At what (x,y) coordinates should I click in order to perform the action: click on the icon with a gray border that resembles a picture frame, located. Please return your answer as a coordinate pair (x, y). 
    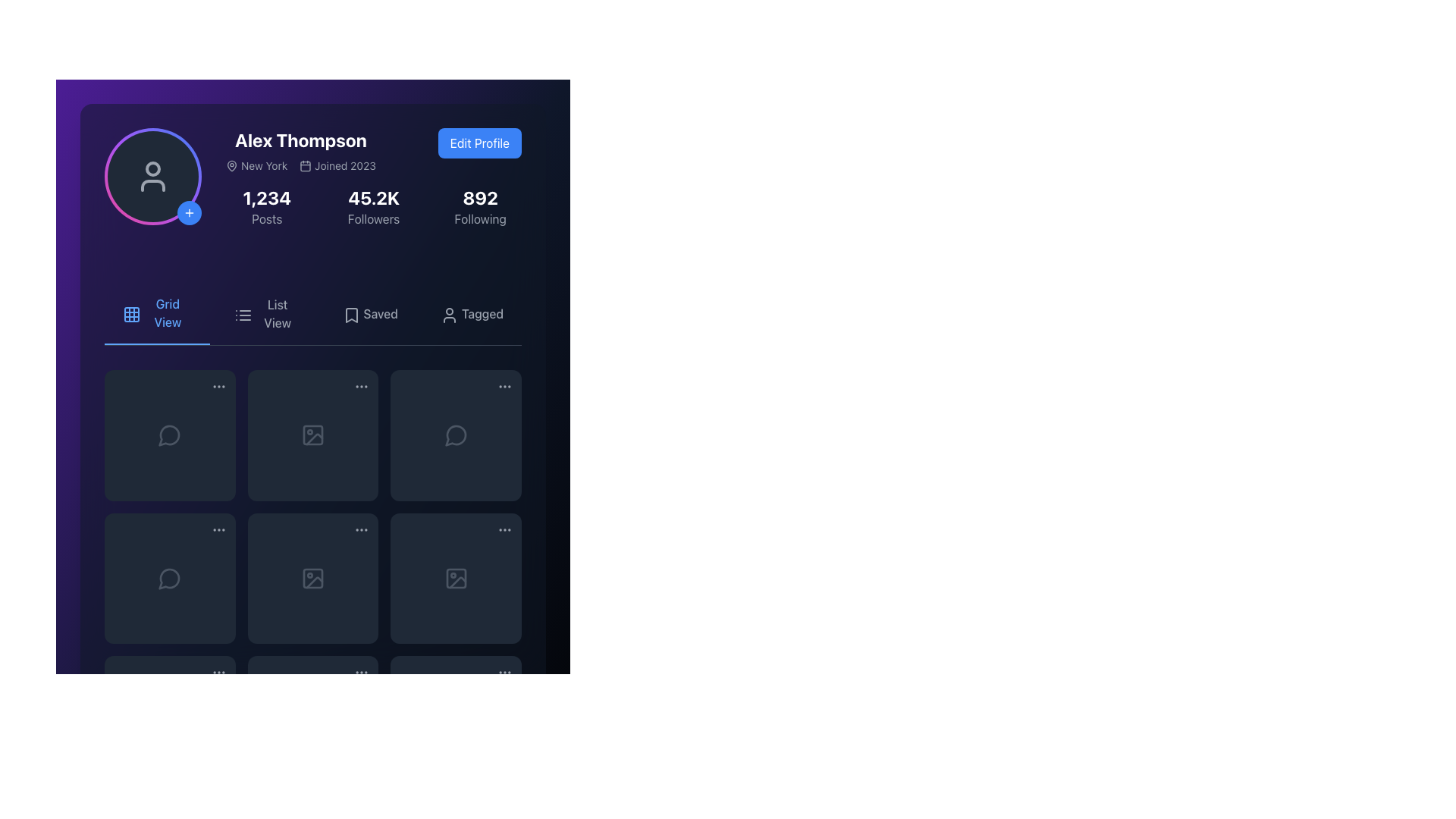
    Looking at the image, I should click on (312, 579).